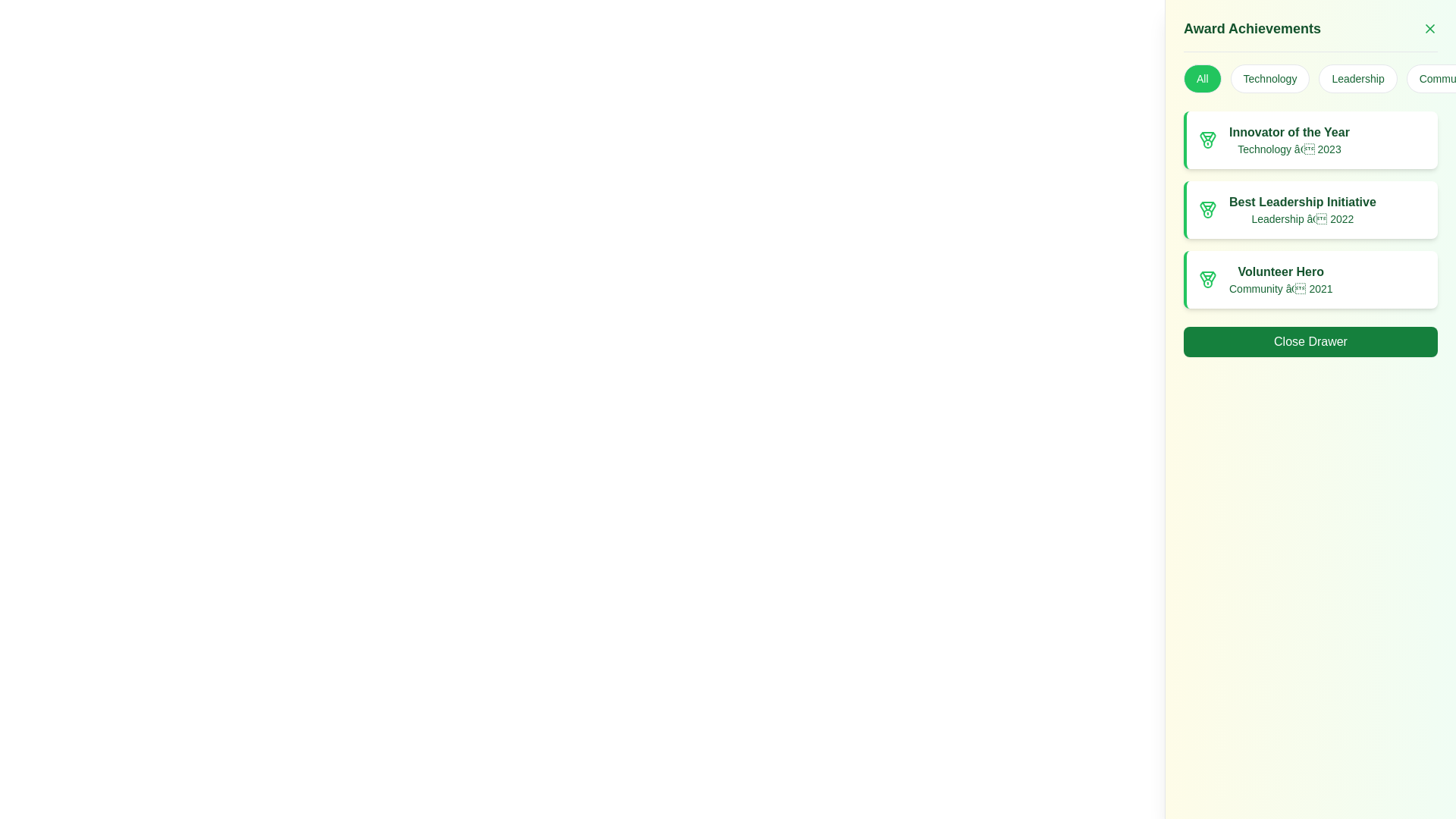 This screenshot has height=819, width=1456. What do you see at coordinates (1310, 34) in the screenshot?
I see `text header at the top of the right-side drawer panel indicating awards and achievements` at bounding box center [1310, 34].